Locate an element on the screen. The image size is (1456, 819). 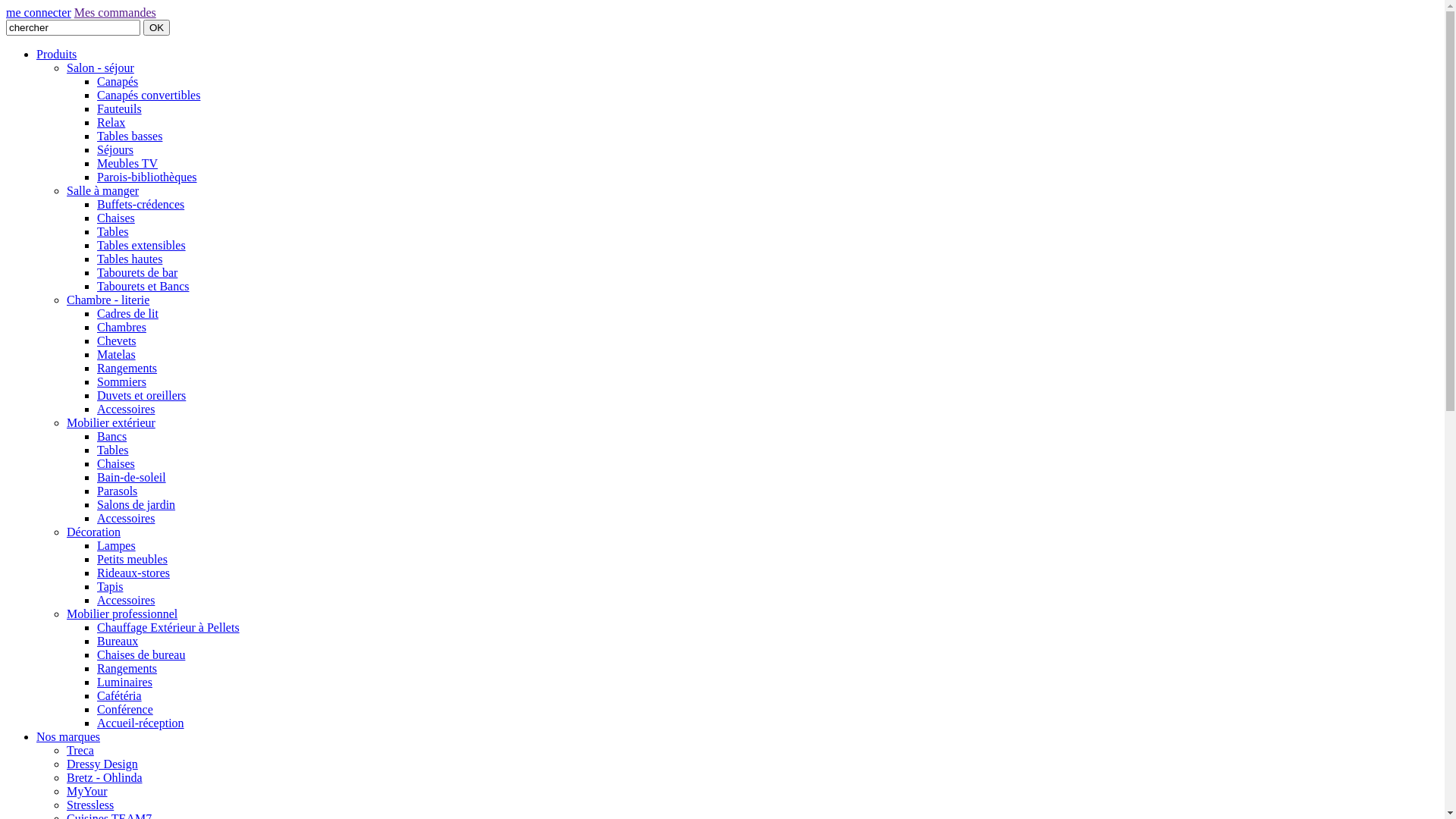
'Bancs' is located at coordinates (96, 436).